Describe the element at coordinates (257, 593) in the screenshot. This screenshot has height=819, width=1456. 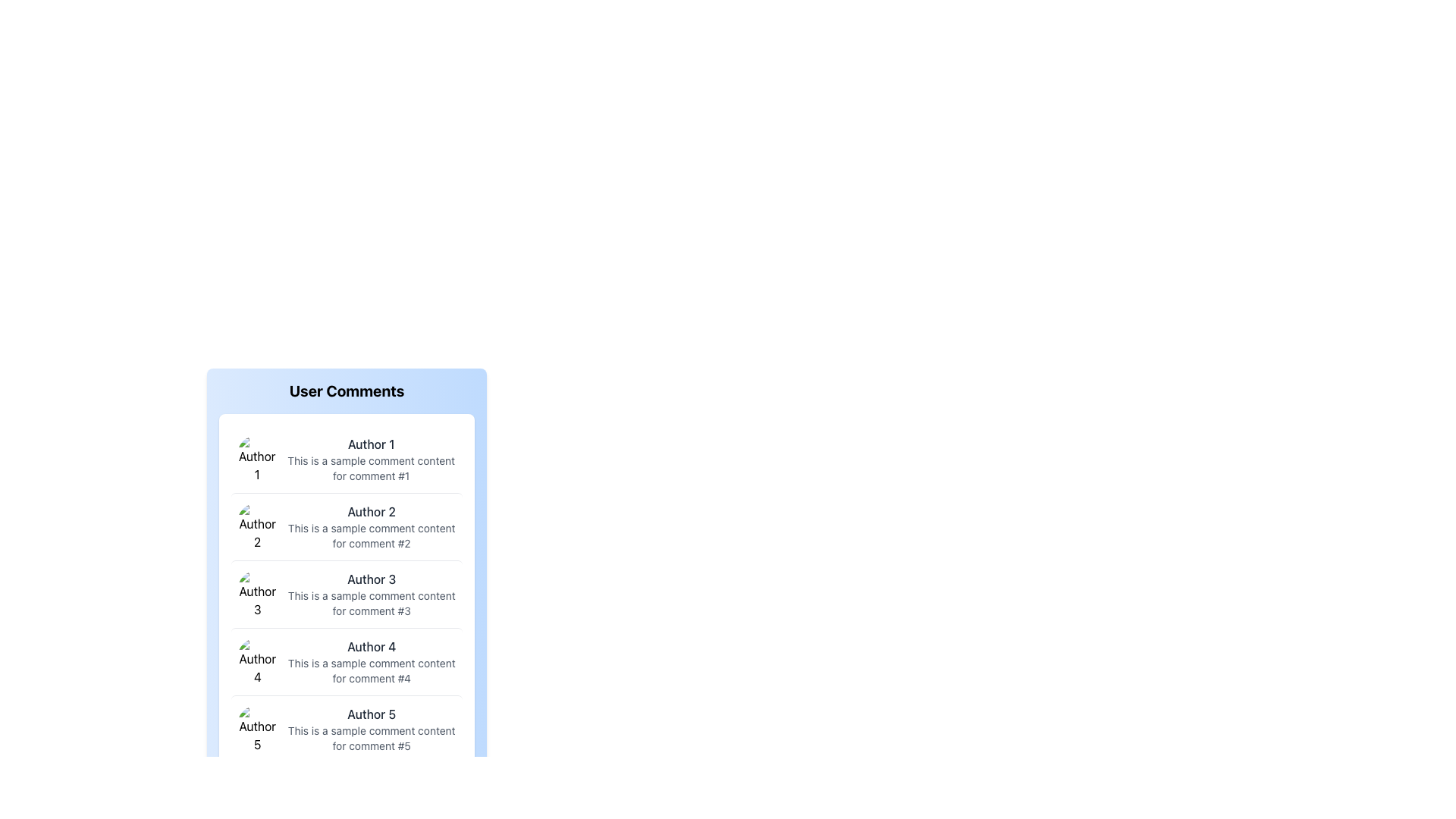
I see `the avatar image of 'Author 3'` at that location.